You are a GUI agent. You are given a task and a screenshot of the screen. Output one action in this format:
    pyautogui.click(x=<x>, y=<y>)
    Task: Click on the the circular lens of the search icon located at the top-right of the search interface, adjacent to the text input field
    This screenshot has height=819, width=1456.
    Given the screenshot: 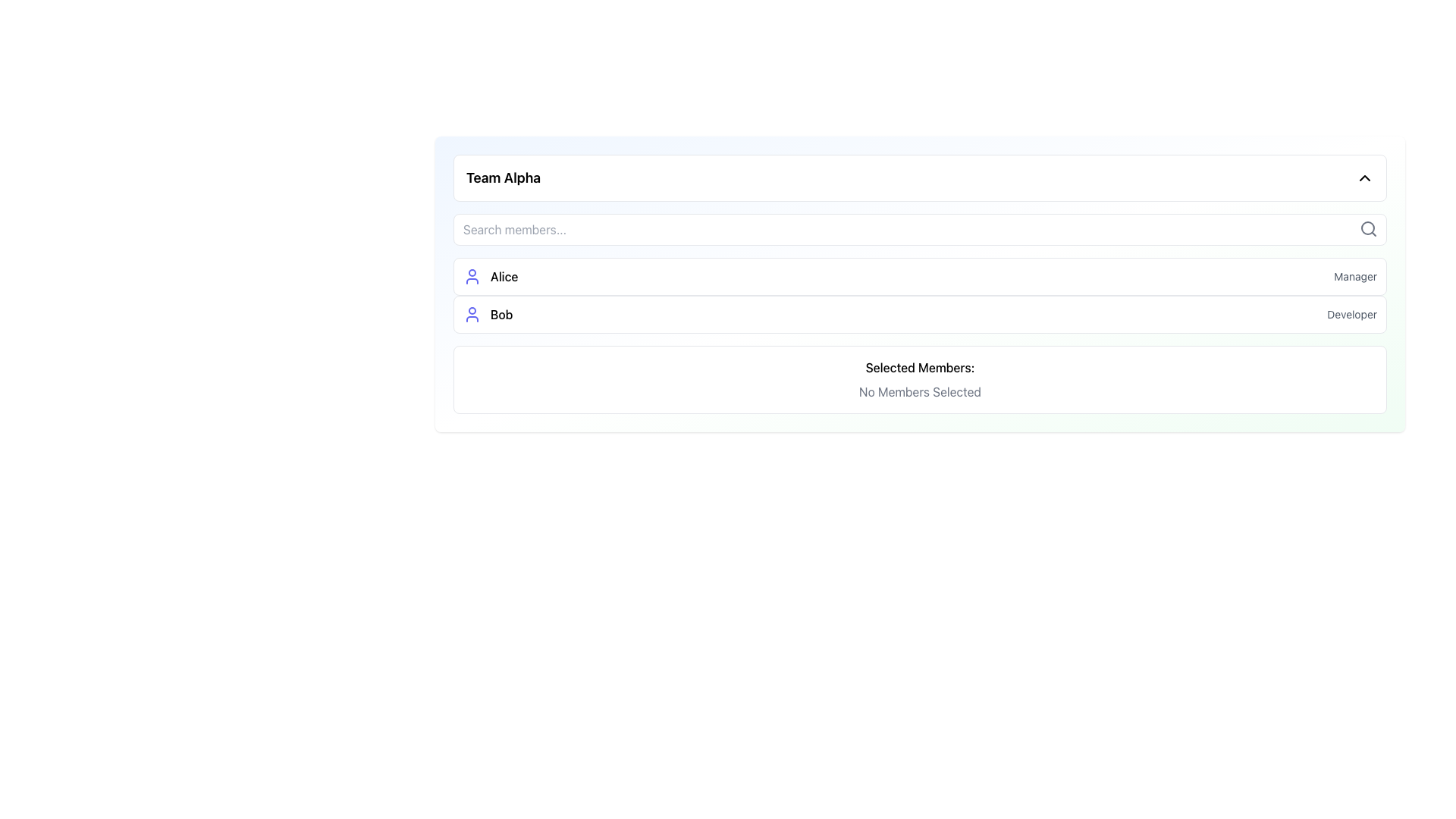 What is the action you would take?
    pyautogui.click(x=1368, y=227)
    